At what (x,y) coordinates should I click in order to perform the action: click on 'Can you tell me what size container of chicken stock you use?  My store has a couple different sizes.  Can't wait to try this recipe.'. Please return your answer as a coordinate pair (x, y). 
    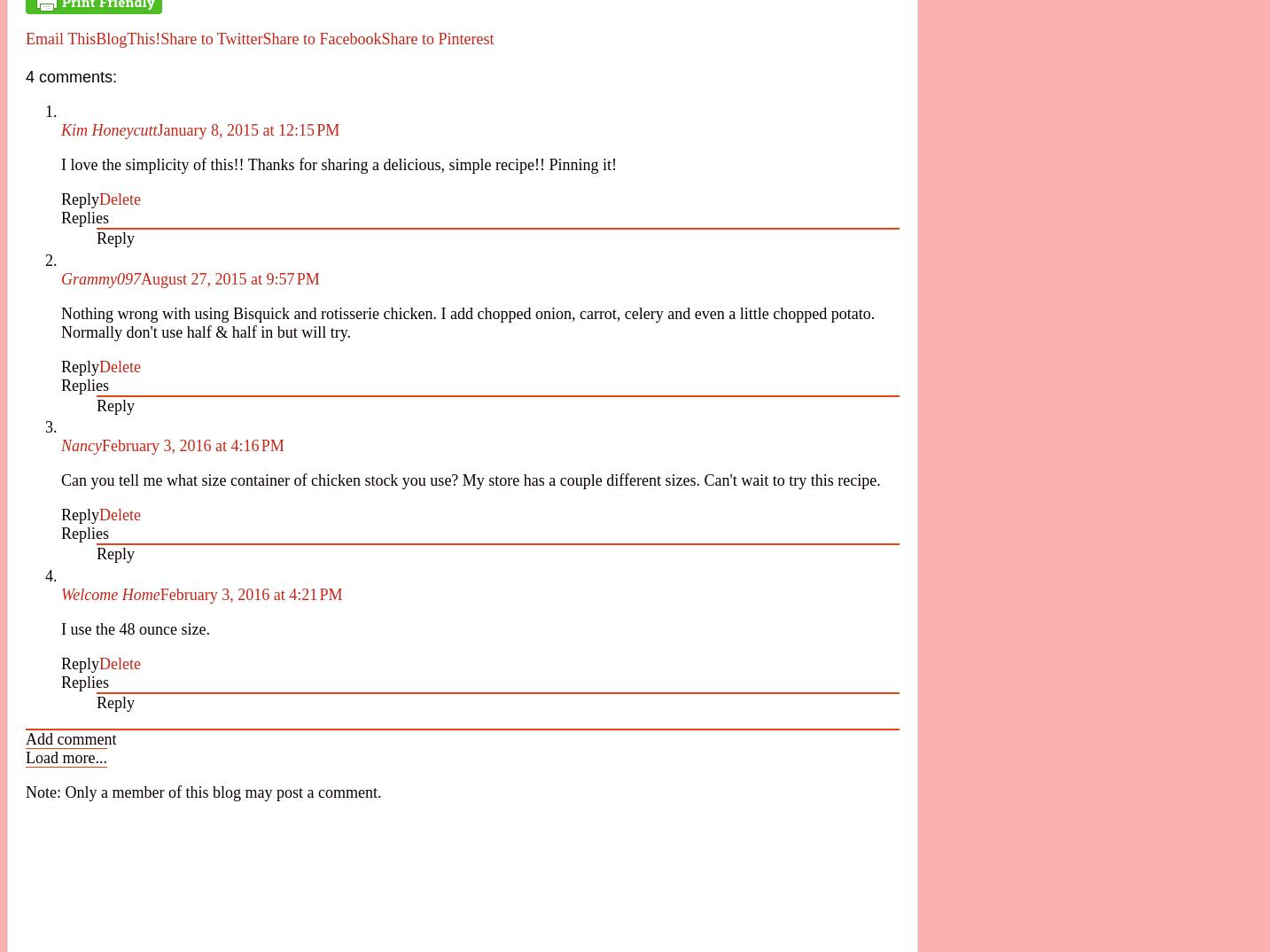
    Looking at the image, I should click on (471, 480).